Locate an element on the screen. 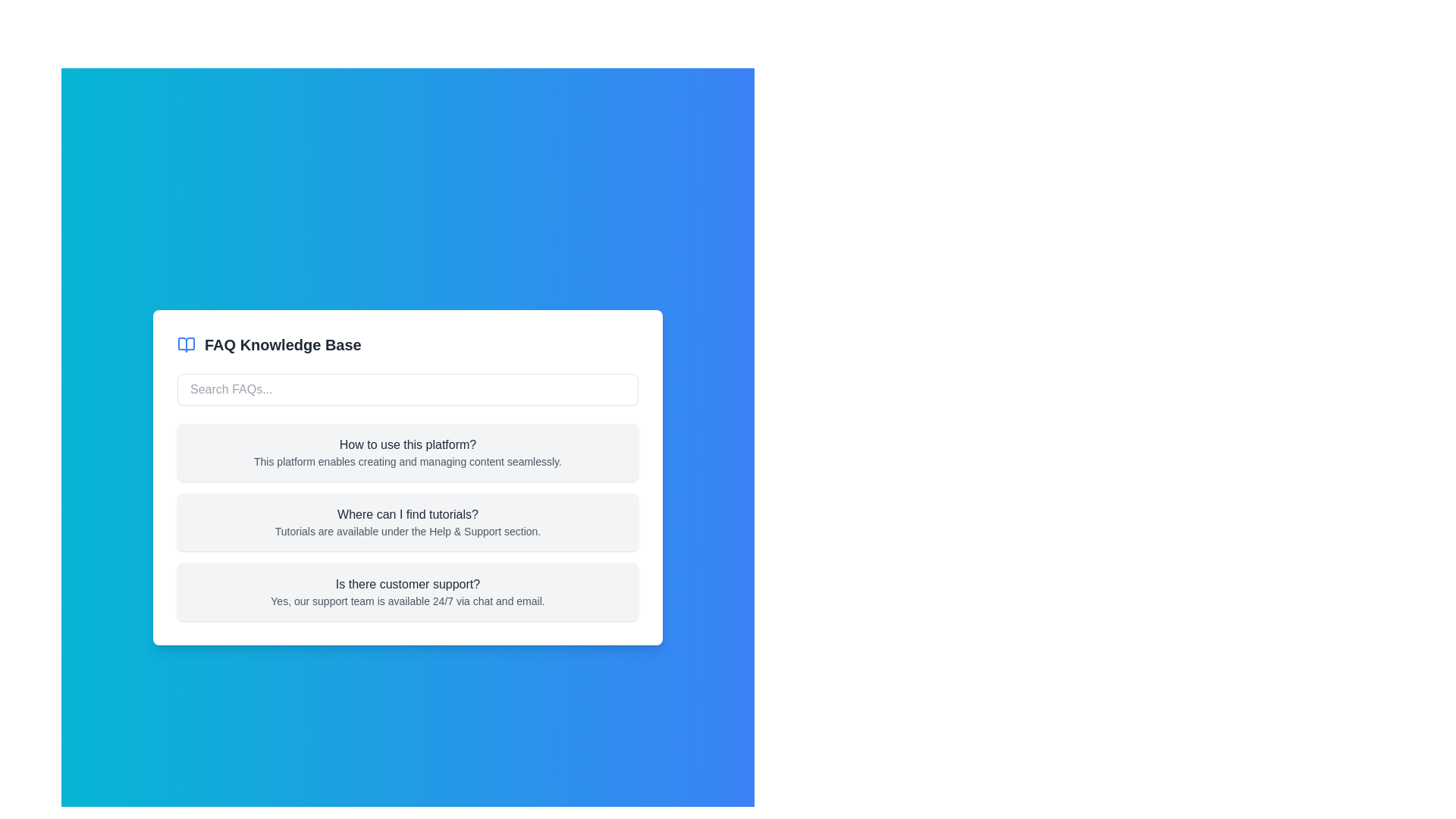 The width and height of the screenshot is (1456, 819). the FAQ entry that provides the question 'Where can I find tutorials?' is located at coordinates (407, 522).